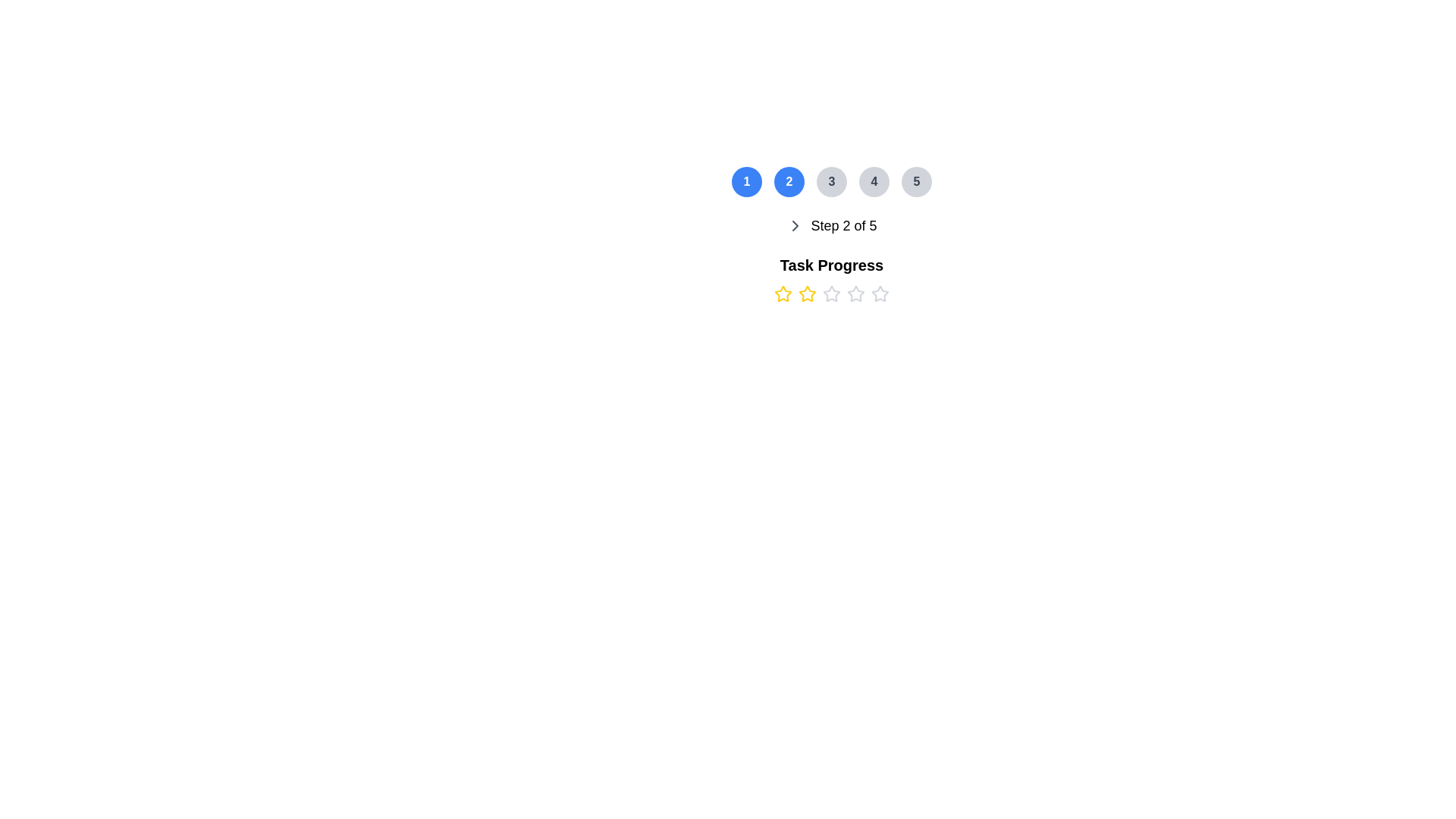  I want to click on the second star icon used for rating under the 'Task Progress' label, so click(806, 293).